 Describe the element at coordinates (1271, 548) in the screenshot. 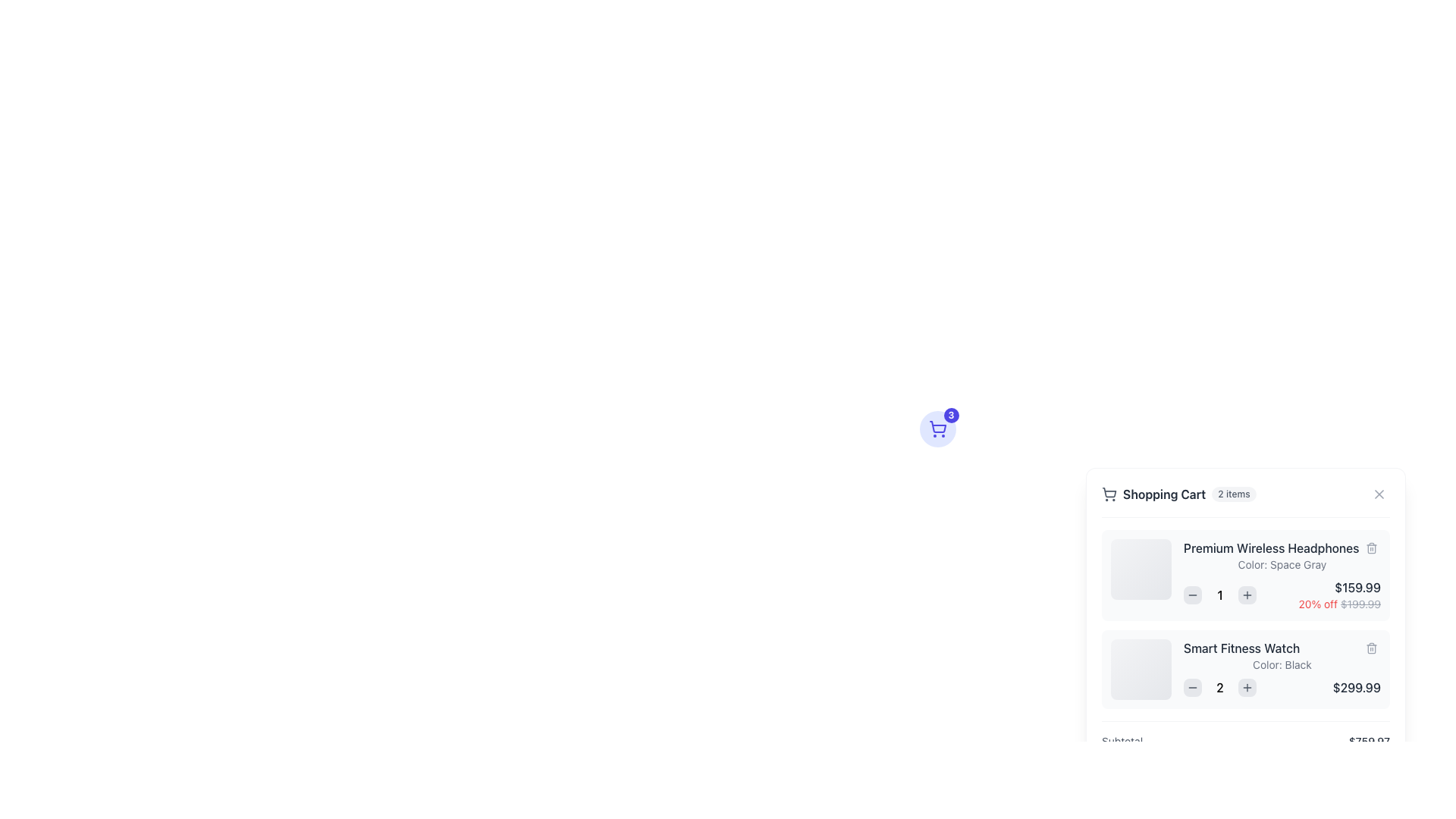

I see `the text label that describes the product in the shopping cart, located in the 'Shopping Cart' section, aligned to the left of the trash icon and above the color descriptor line` at that location.